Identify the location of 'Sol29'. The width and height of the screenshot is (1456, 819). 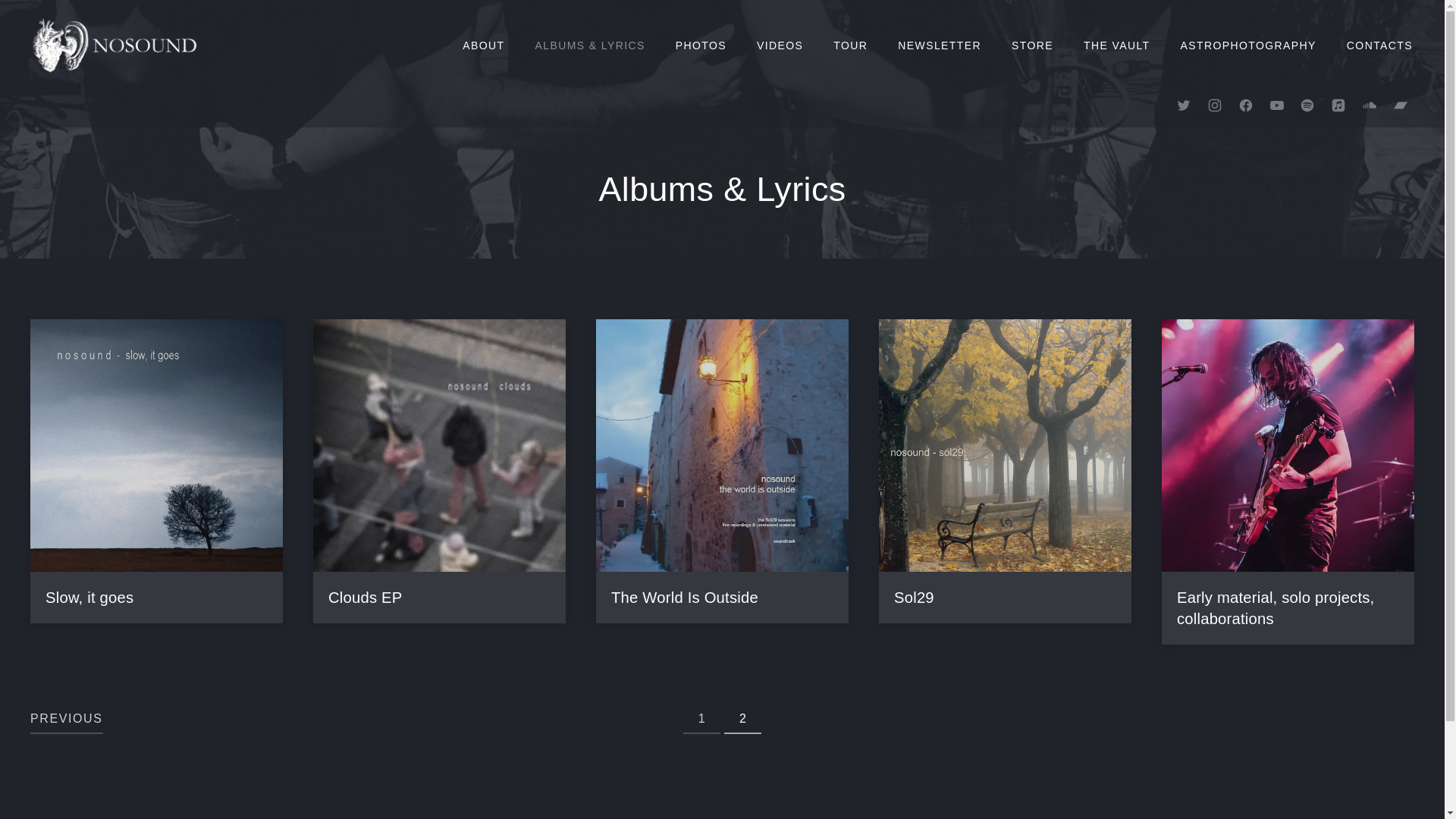
(894, 598).